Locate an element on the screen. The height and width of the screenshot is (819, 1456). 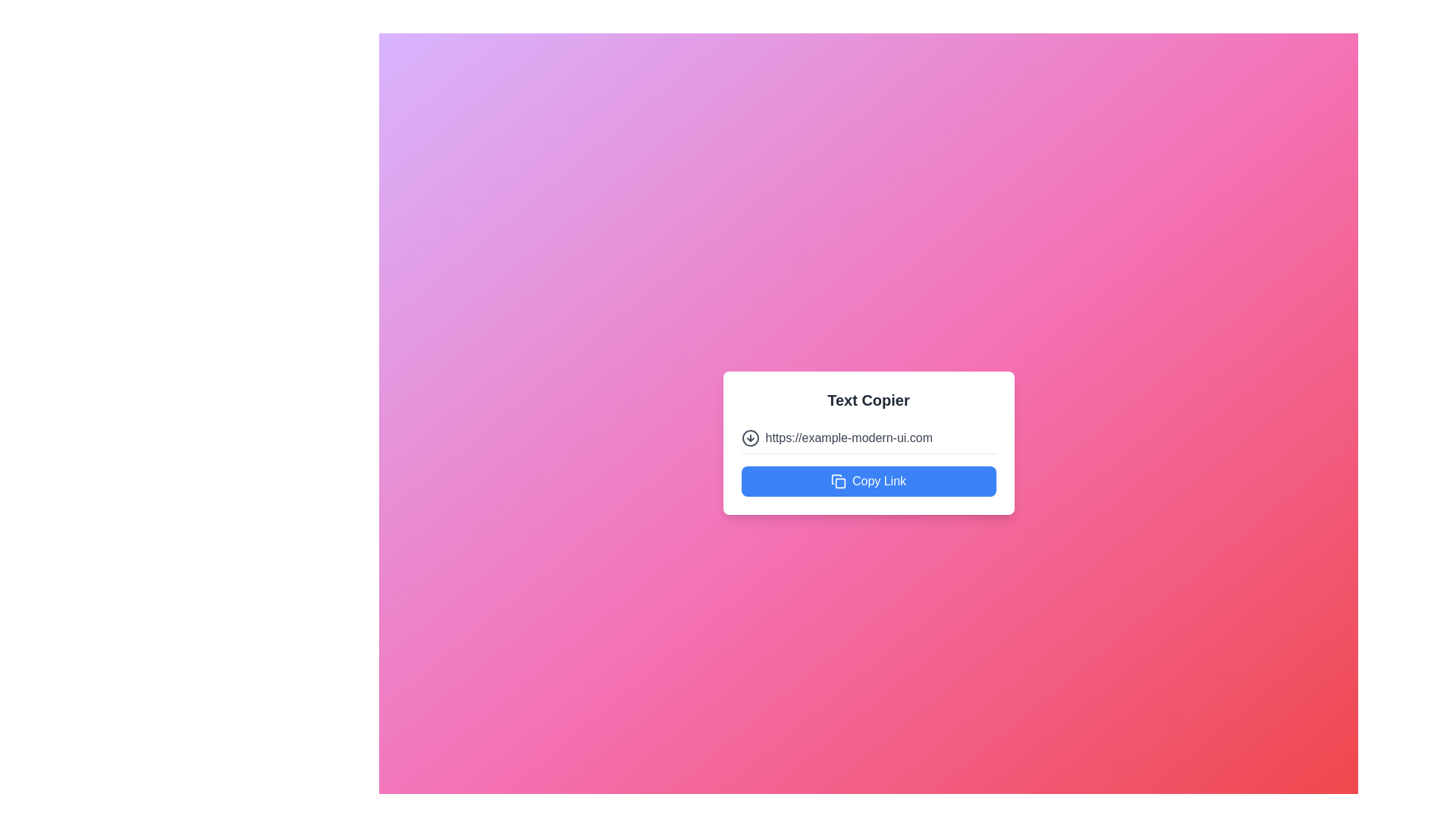
the central small rounded square decorative shape within the SVG icon that is part of the 'Copy Link' button, located near the bottom of the visible card is located at coordinates (839, 482).